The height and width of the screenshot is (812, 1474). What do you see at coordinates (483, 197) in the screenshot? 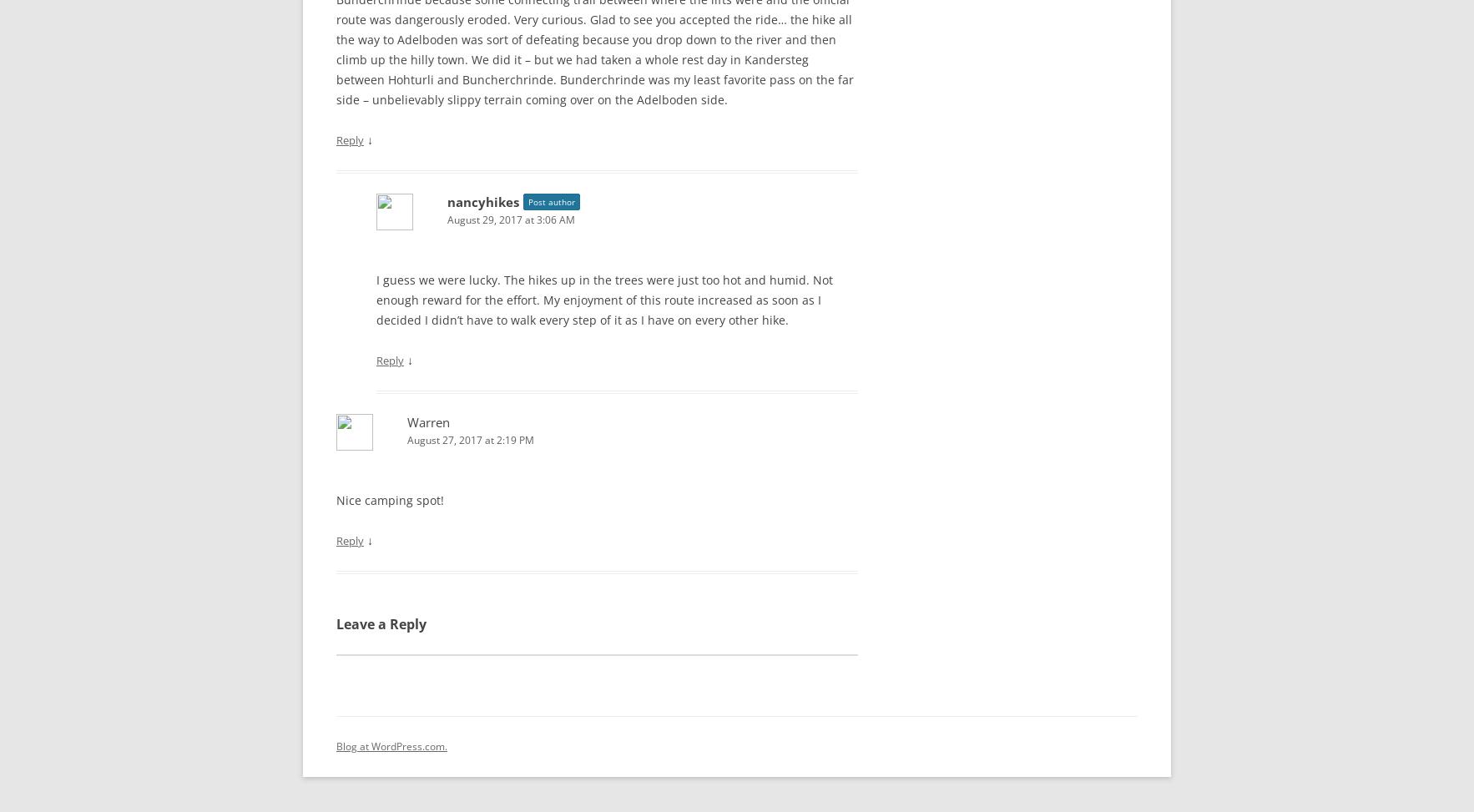
I see `'nancyhikes'` at bounding box center [483, 197].